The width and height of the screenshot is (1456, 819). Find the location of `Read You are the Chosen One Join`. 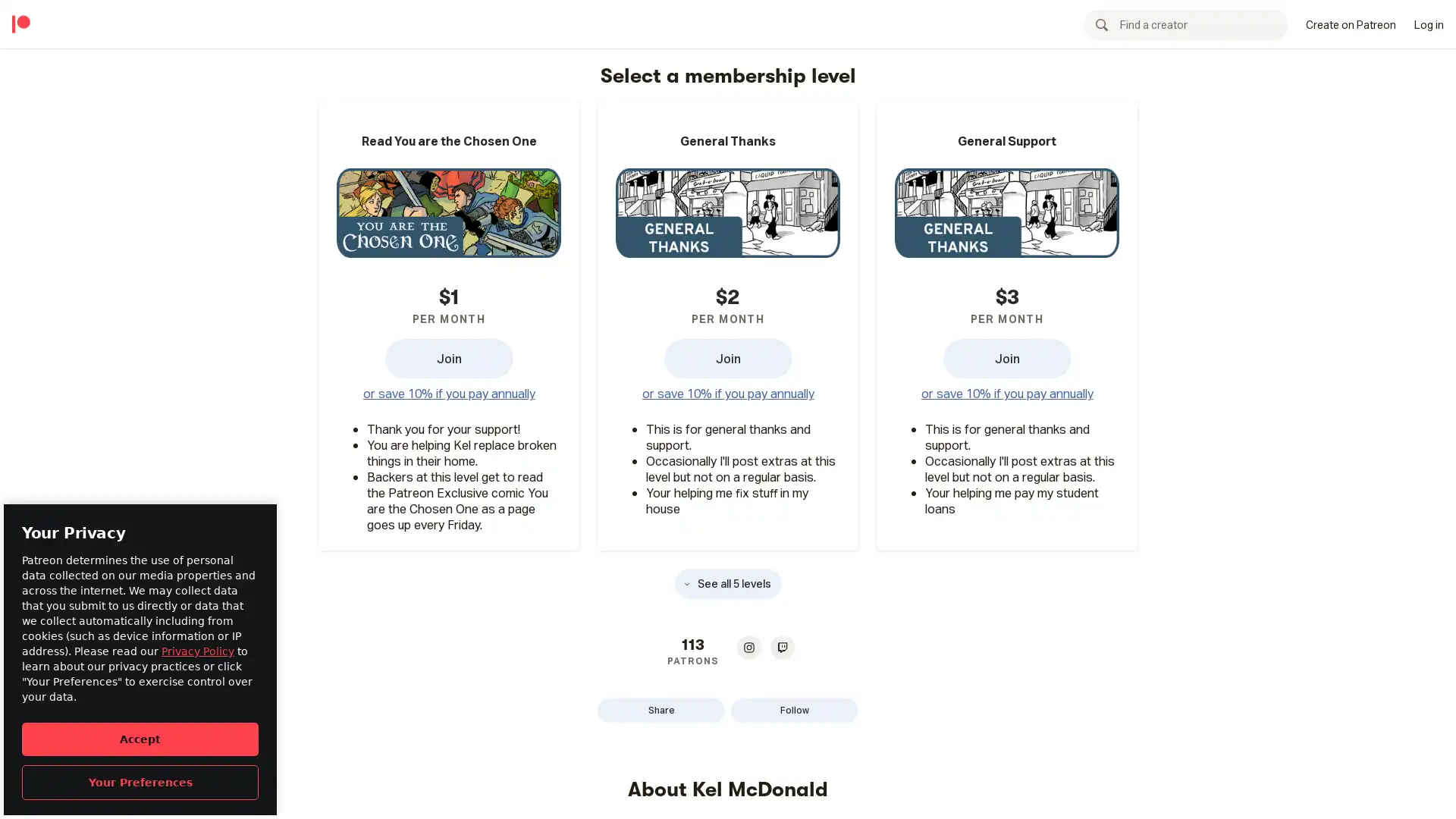

Read You are the Chosen One Join is located at coordinates (447, 357).